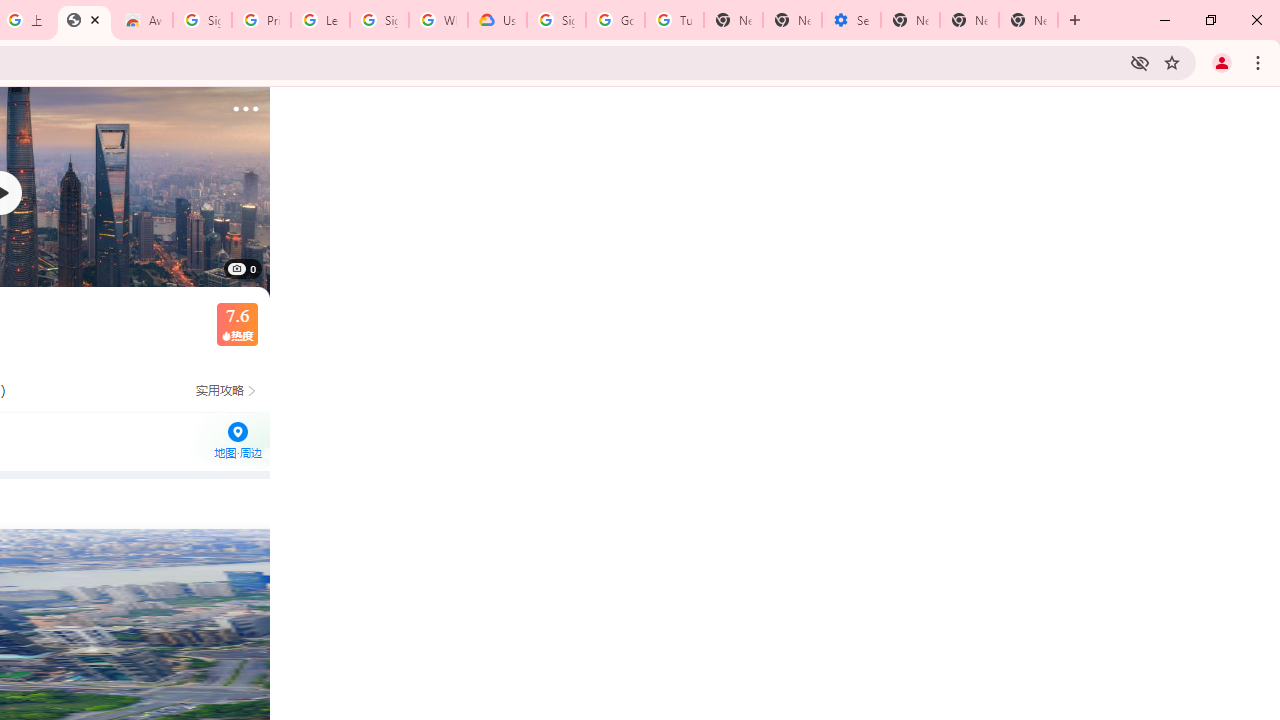 The width and height of the screenshot is (1280, 720). I want to click on 'Sign in - Google Accounts', so click(379, 20).